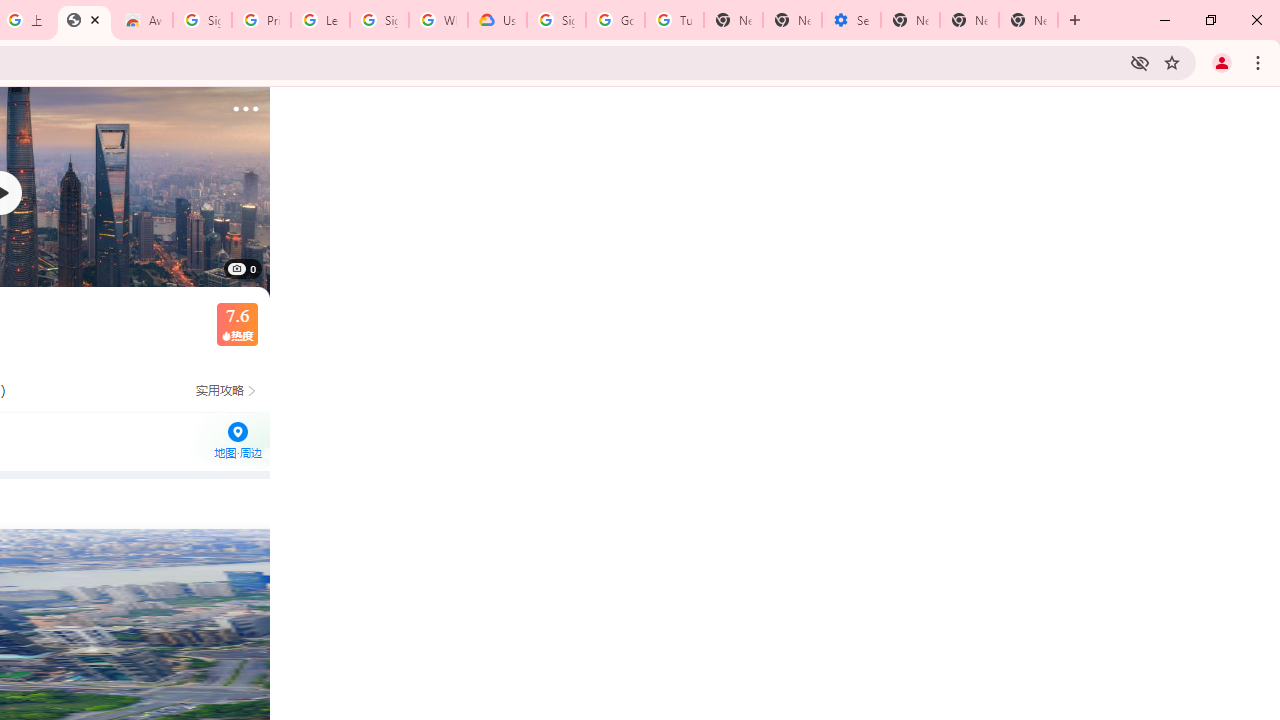 The width and height of the screenshot is (1280, 720). I want to click on 'Sign in - Google Accounts', so click(379, 20).